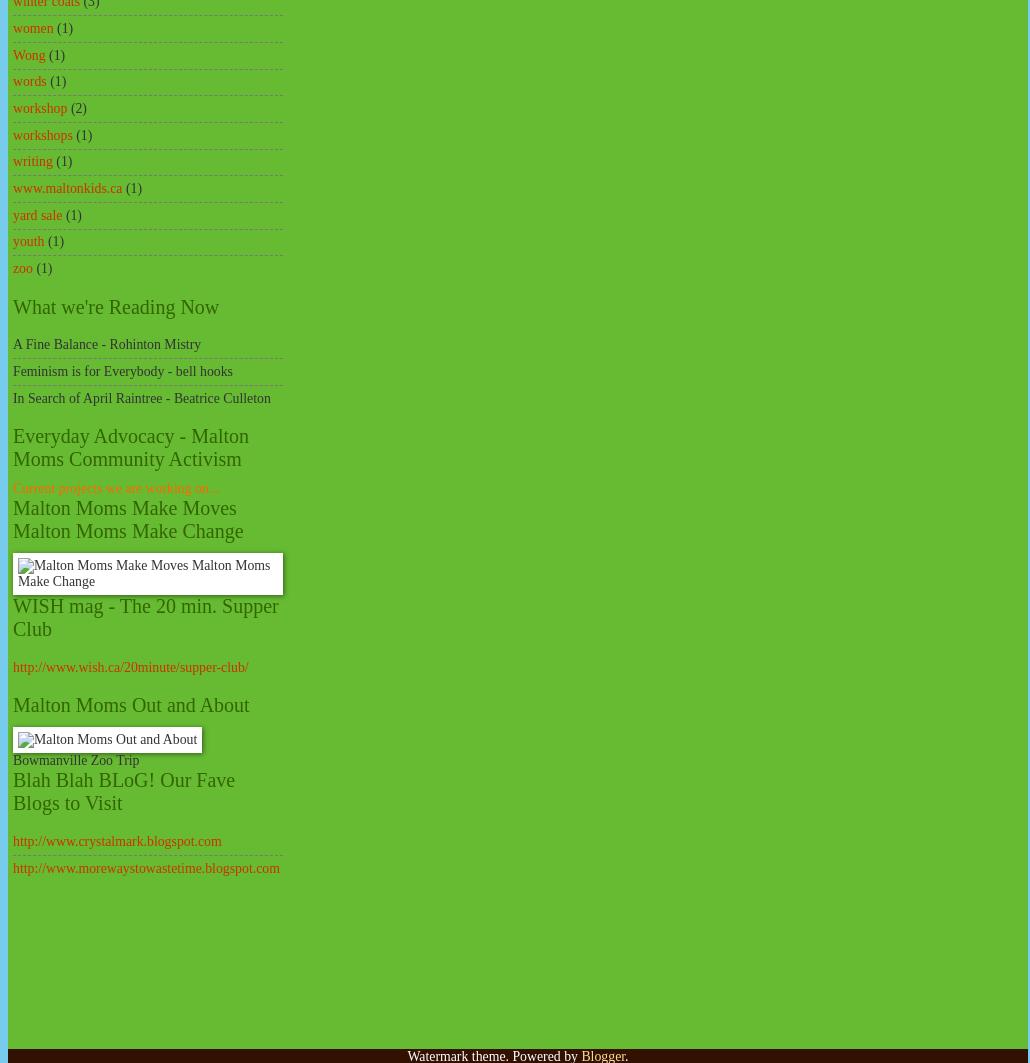 Image resolution: width=1030 pixels, height=1063 pixels. What do you see at coordinates (114, 488) in the screenshot?
I see `'Current projects we are working on...'` at bounding box center [114, 488].